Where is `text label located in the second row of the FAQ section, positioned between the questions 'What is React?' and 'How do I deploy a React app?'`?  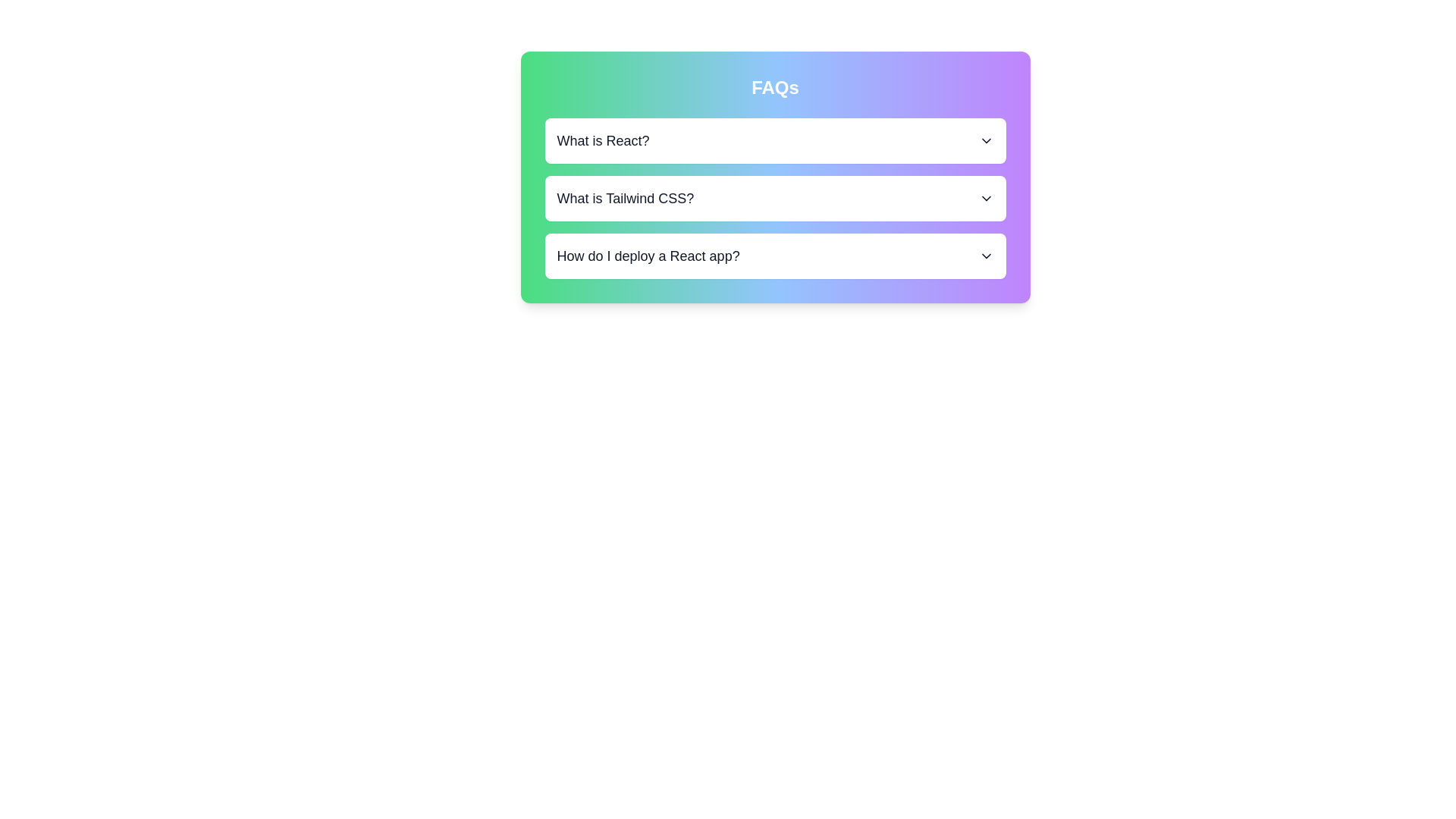
text label located in the second row of the FAQ section, positioned between the questions 'What is React?' and 'How do I deploy a React app?' is located at coordinates (625, 198).